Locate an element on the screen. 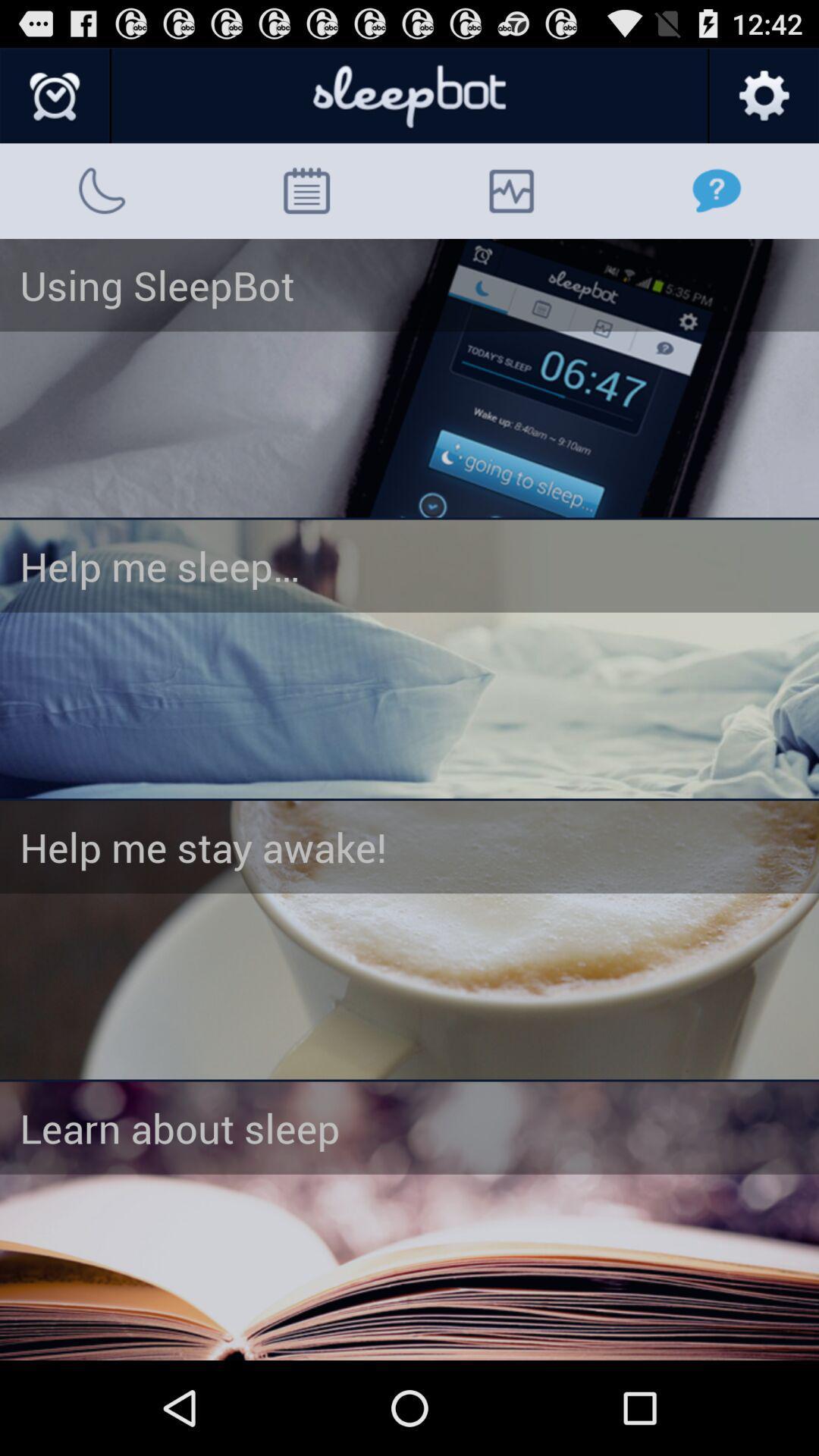 The width and height of the screenshot is (819, 1456). settings option is located at coordinates (763, 96).